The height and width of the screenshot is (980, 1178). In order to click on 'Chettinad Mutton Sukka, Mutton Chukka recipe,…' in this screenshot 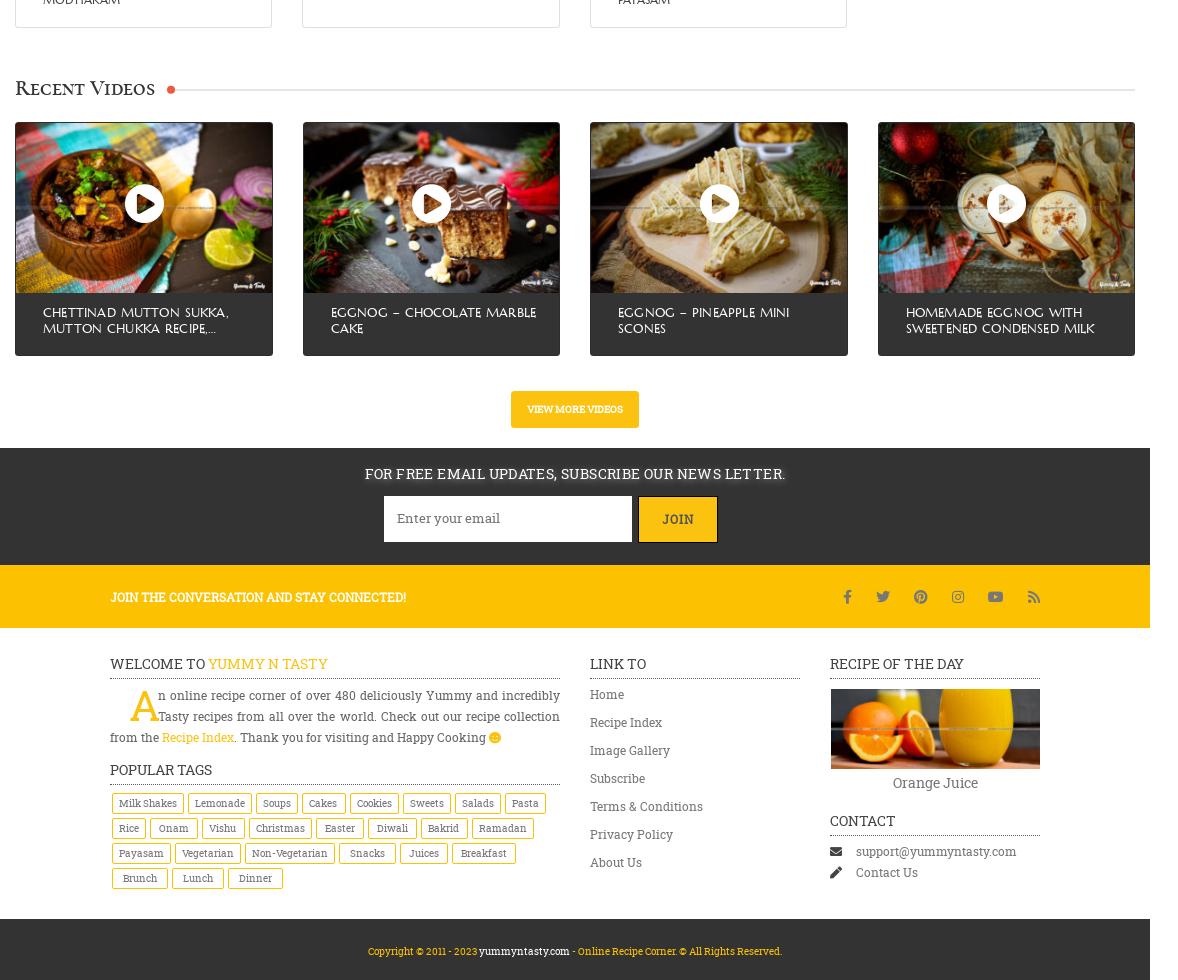, I will do `click(134, 319)`.